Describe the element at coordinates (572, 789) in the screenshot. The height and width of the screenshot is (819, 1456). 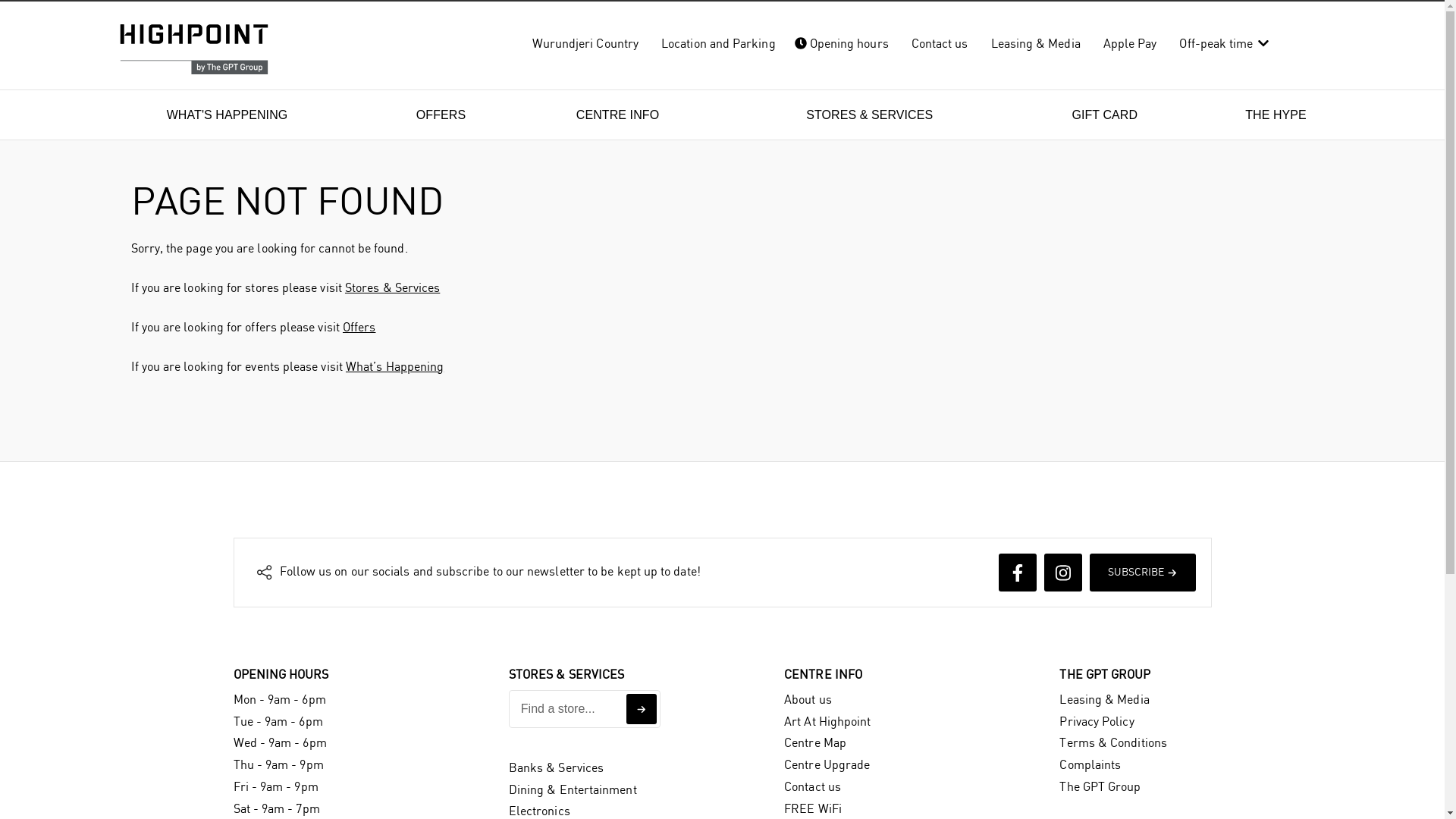
I see `'Dining & Entertainment'` at that location.